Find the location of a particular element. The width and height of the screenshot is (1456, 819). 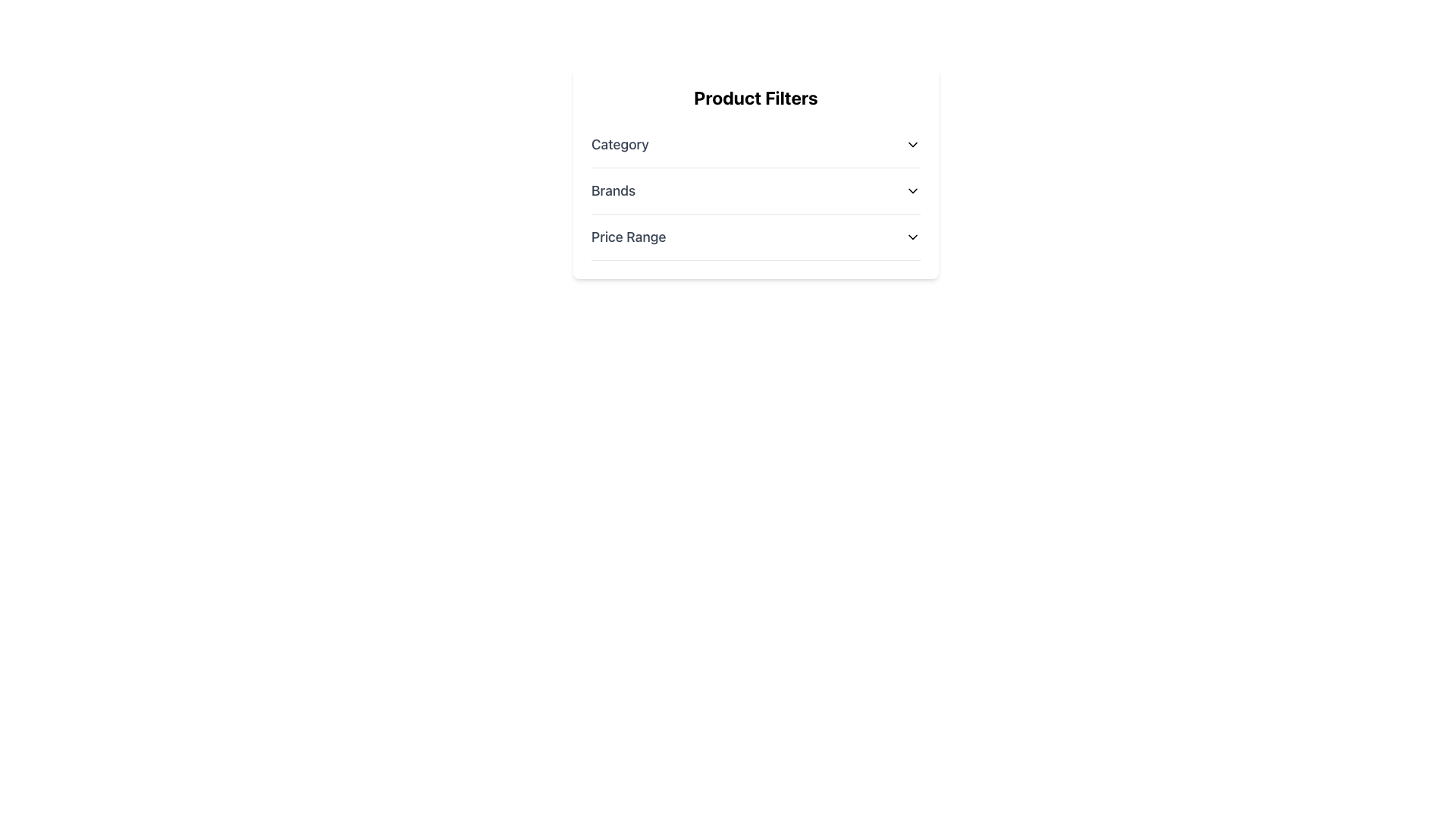

the 'Brands' label, which is styled with a larger font size and medium weight, located within the second filter option of a product filter card is located at coordinates (613, 190).